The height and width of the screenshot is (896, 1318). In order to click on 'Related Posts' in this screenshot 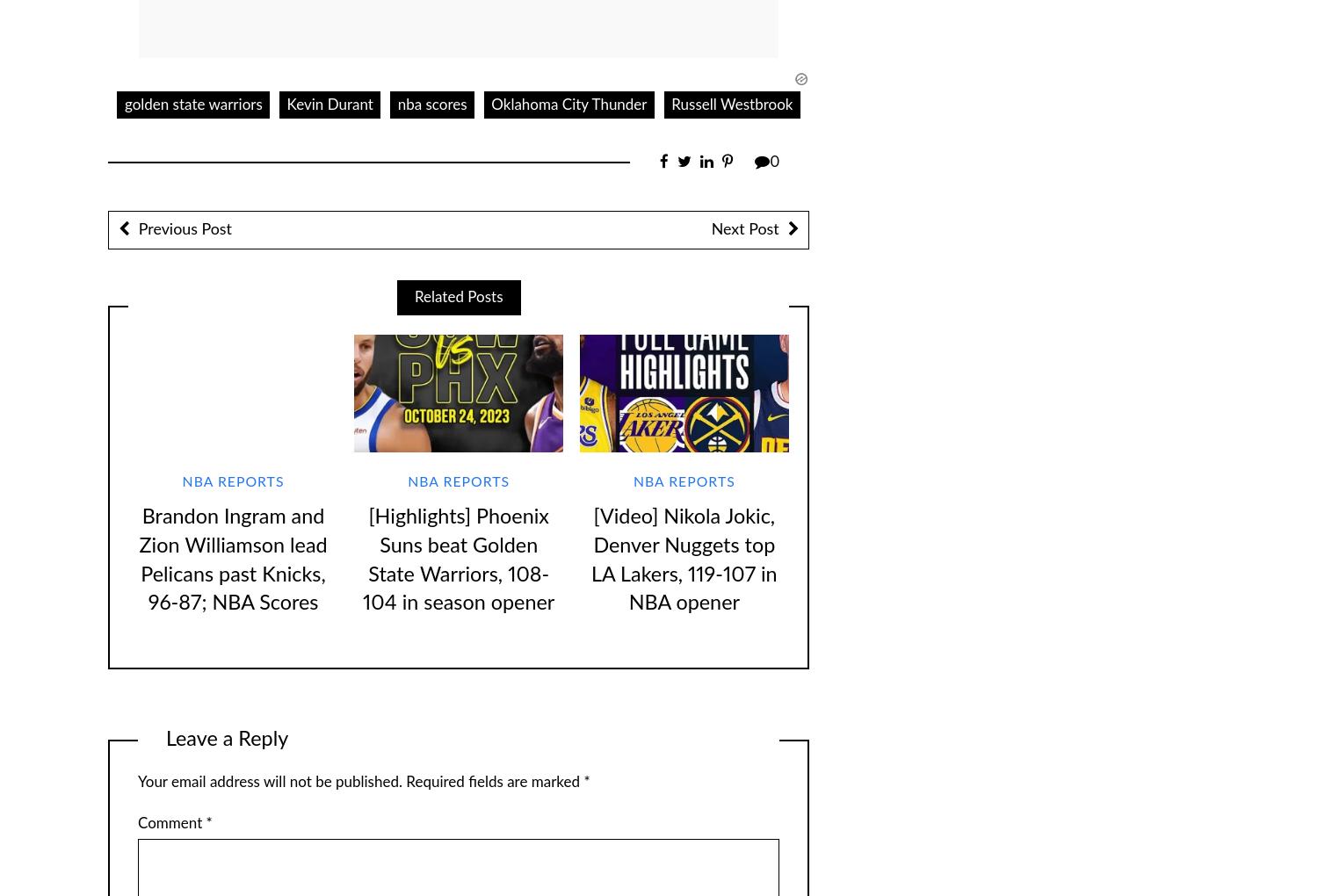, I will do `click(413, 297)`.